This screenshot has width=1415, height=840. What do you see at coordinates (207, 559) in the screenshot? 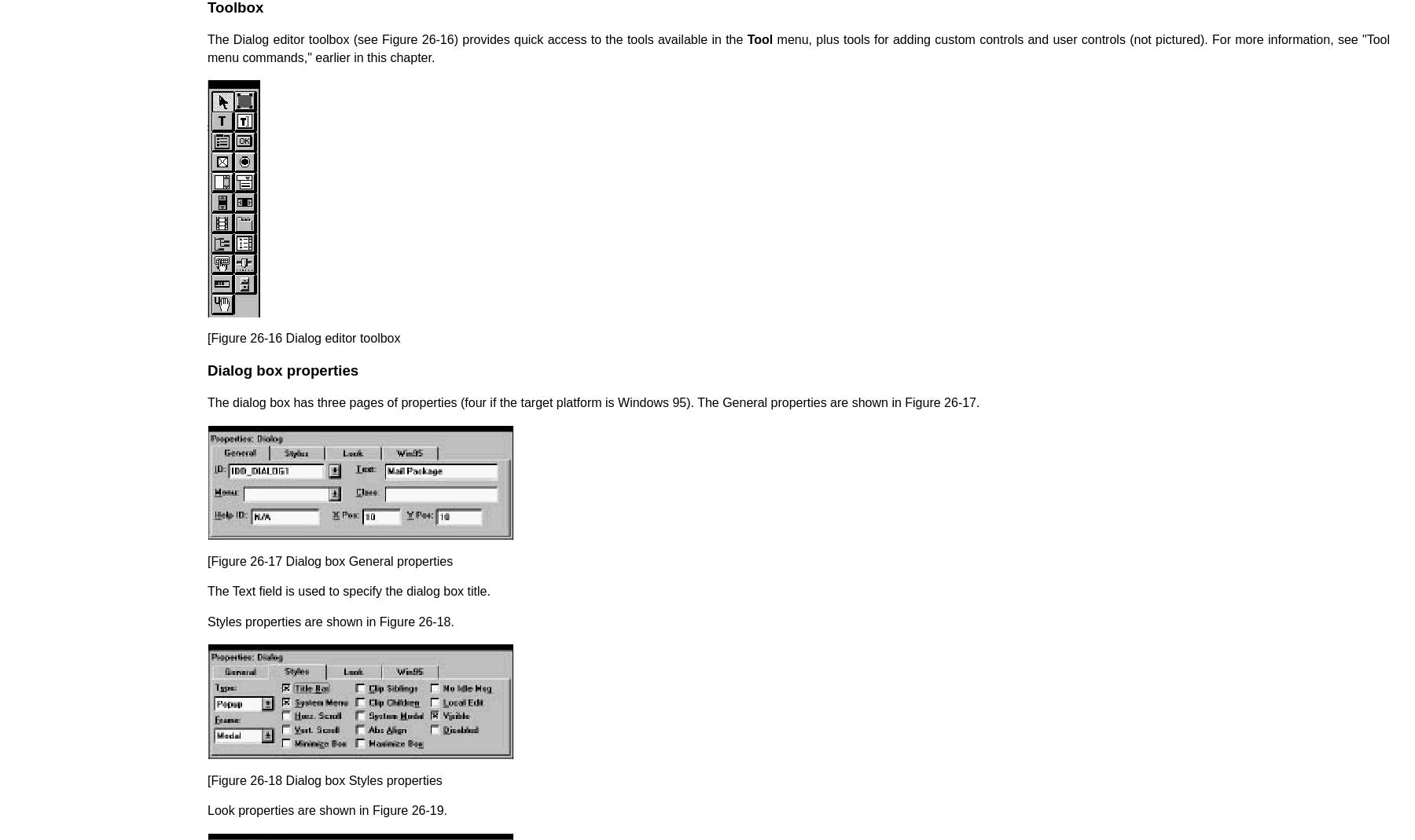
I see `'[Figure 26-17 Dialog box General properties'` at bounding box center [207, 559].